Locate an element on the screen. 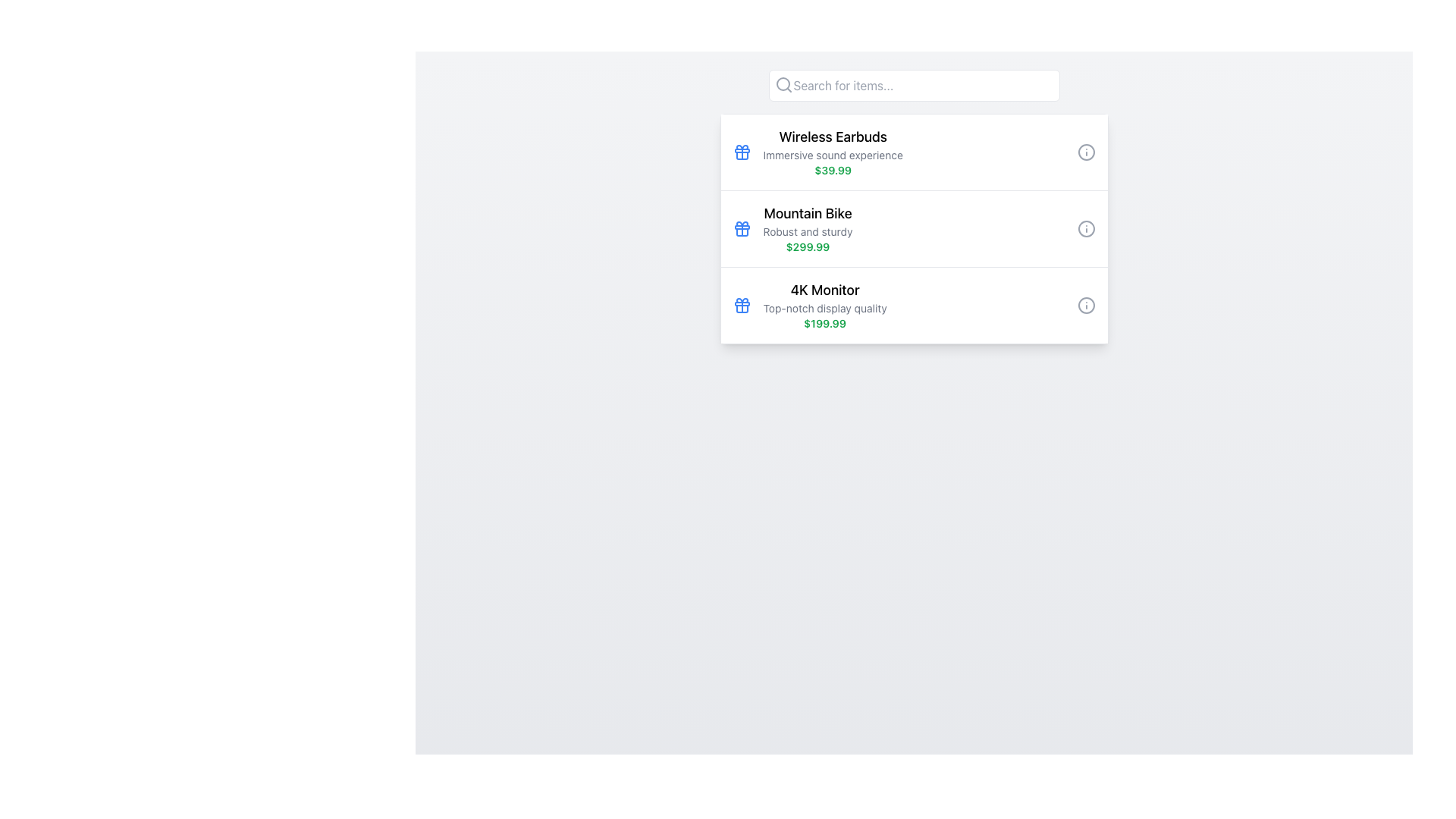  the gift box icon displayed in blue color, located to the left of the 'Wireless Earbuds' section title is located at coordinates (742, 152).